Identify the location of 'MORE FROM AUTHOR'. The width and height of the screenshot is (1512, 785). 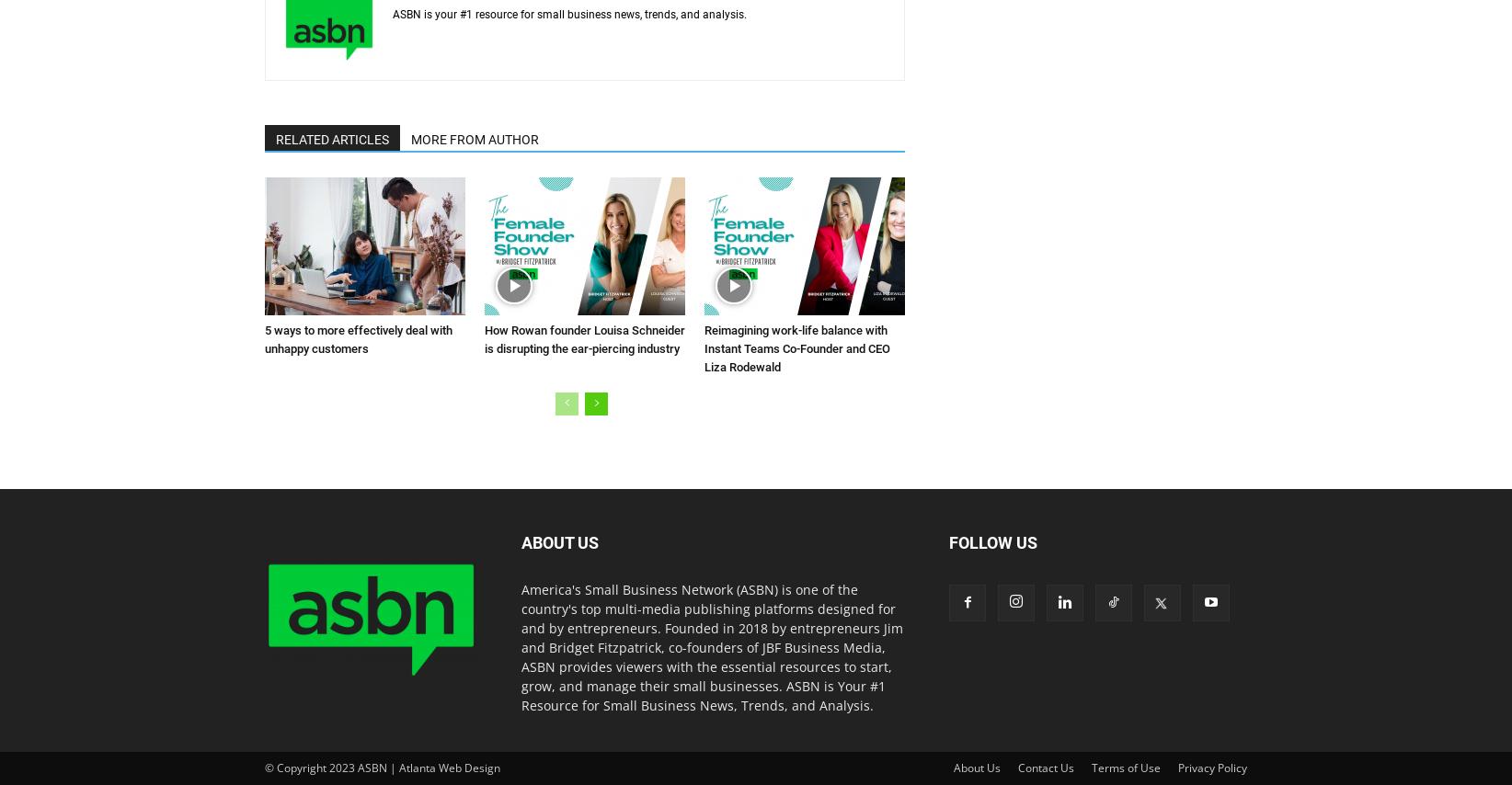
(474, 139).